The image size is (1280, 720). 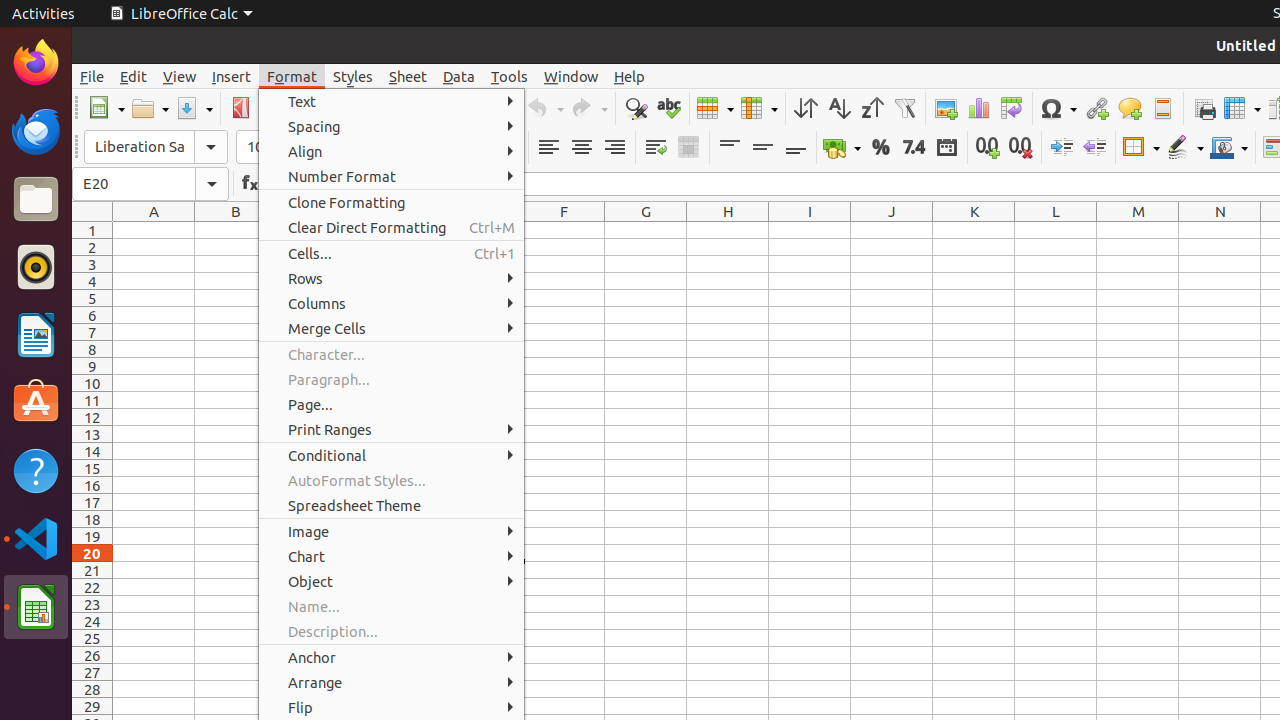 I want to click on 'Page...', so click(x=391, y=404).